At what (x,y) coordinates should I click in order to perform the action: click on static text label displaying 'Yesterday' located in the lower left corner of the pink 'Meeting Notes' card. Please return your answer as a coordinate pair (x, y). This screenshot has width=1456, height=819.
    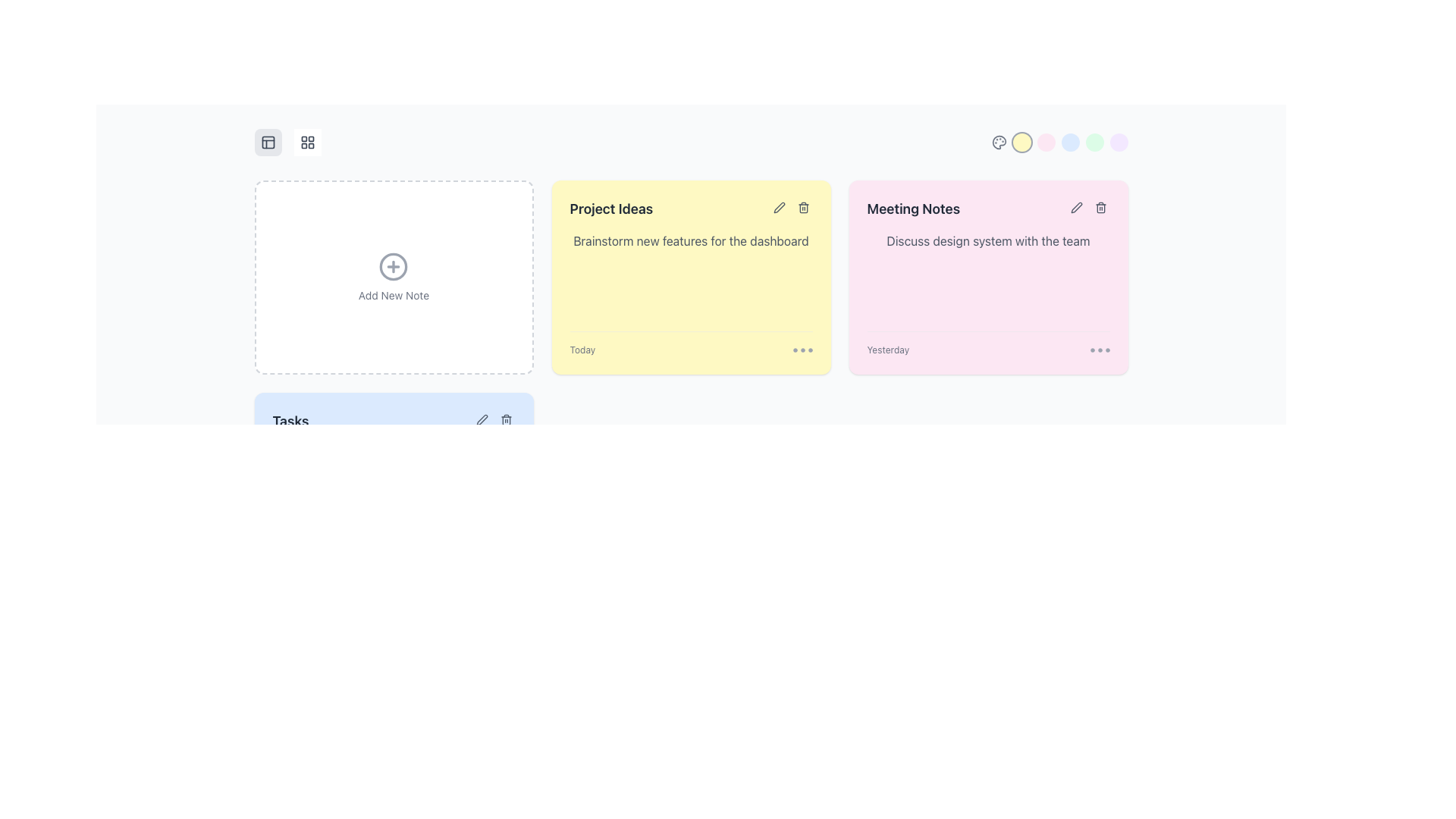
    Looking at the image, I should click on (888, 350).